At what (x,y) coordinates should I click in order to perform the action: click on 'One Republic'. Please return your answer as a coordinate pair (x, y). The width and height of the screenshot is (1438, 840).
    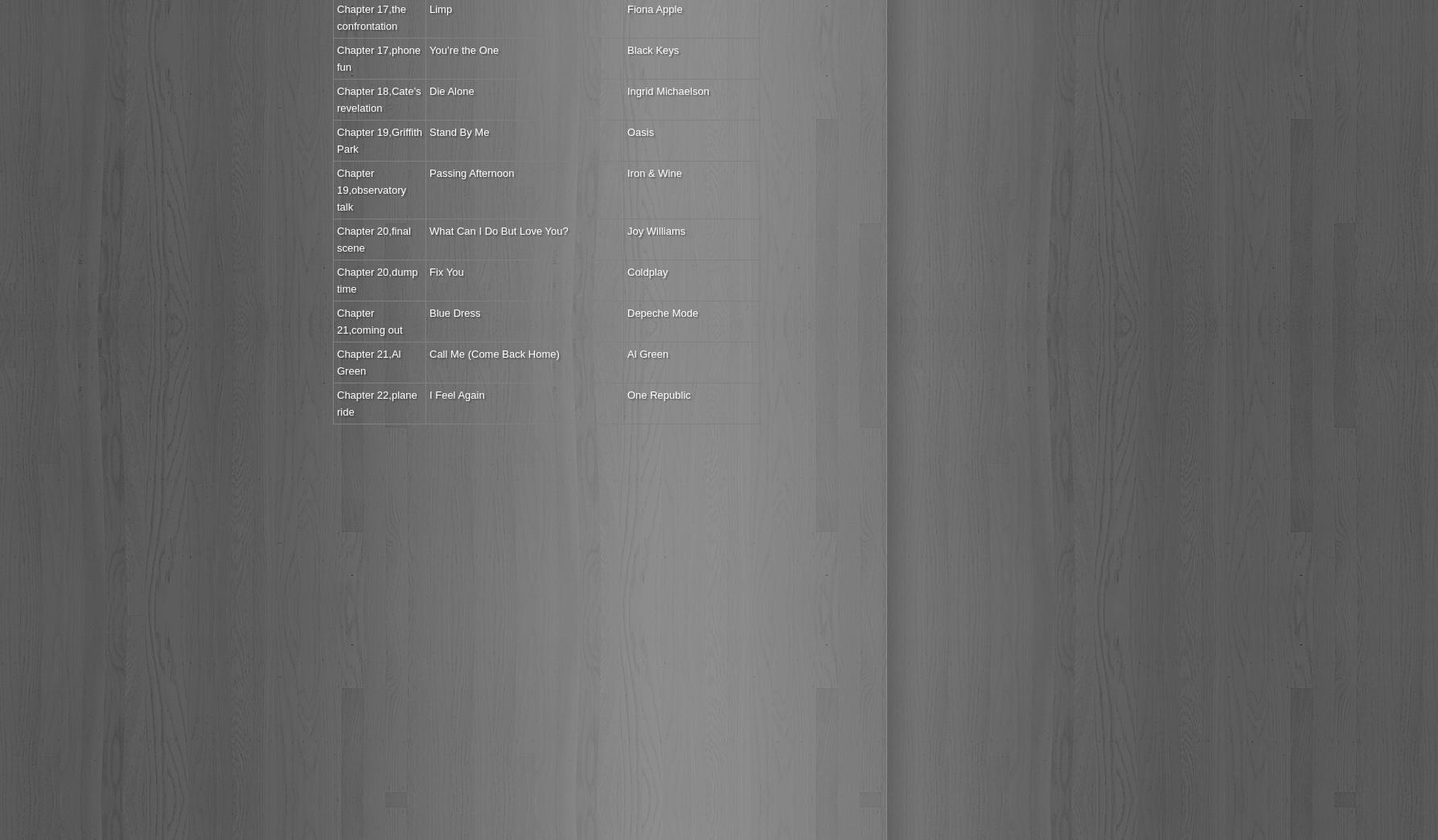
    Looking at the image, I should click on (658, 394).